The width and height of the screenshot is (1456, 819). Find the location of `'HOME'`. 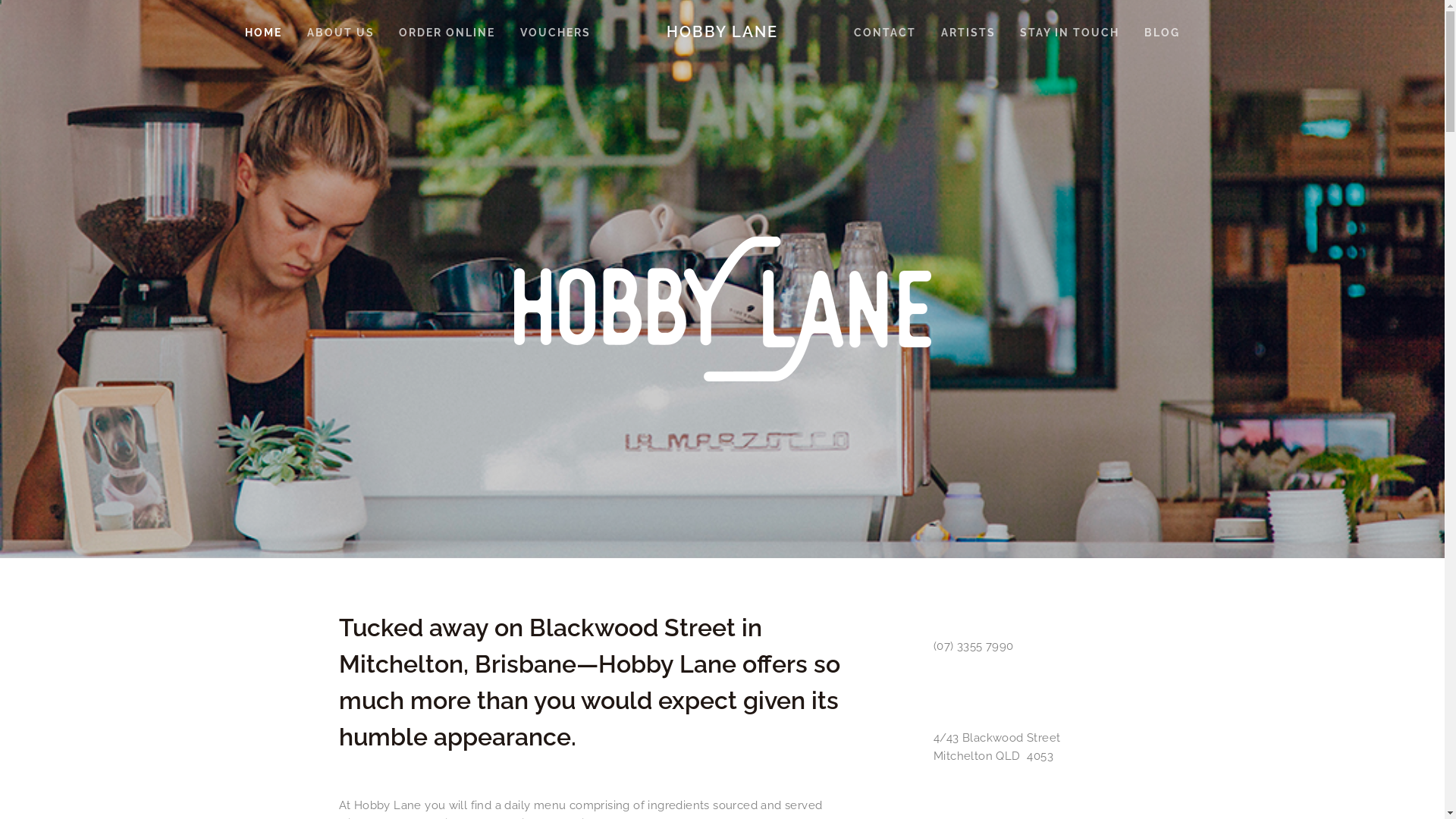

'HOME' is located at coordinates (263, 32).